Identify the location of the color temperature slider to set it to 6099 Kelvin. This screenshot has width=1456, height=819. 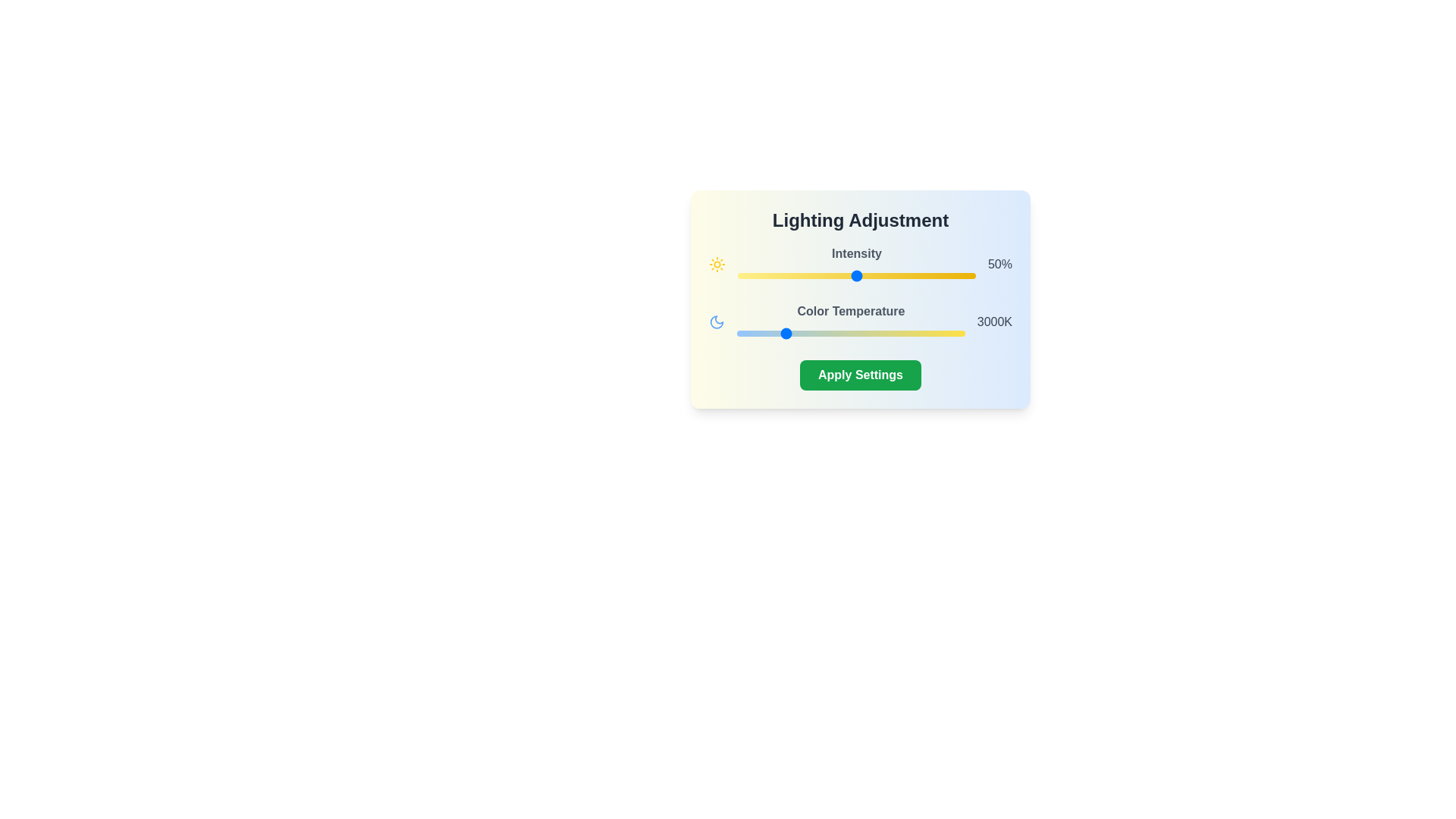
(922, 332).